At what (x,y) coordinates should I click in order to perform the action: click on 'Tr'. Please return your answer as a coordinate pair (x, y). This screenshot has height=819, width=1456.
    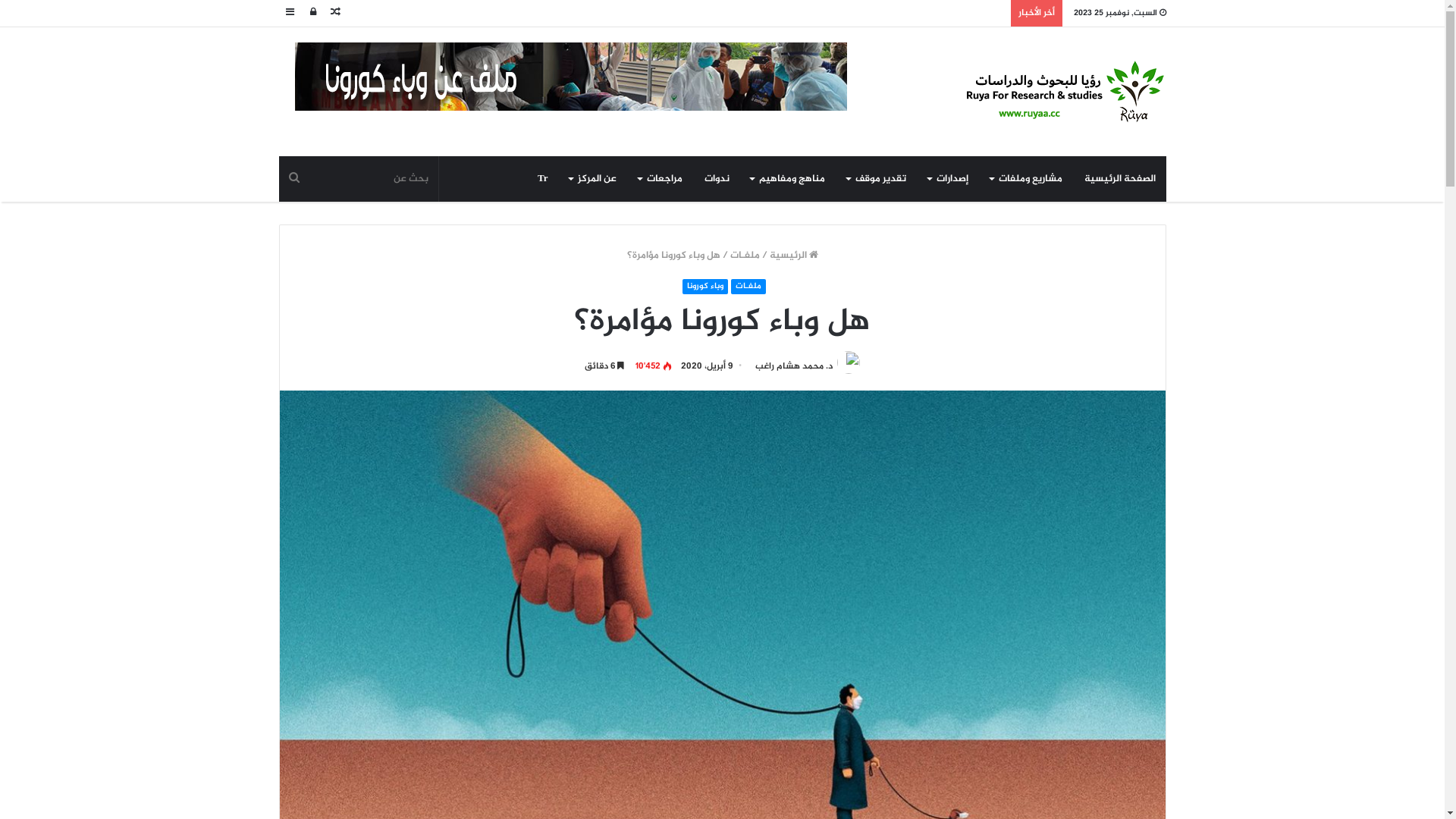
    Looking at the image, I should click on (542, 177).